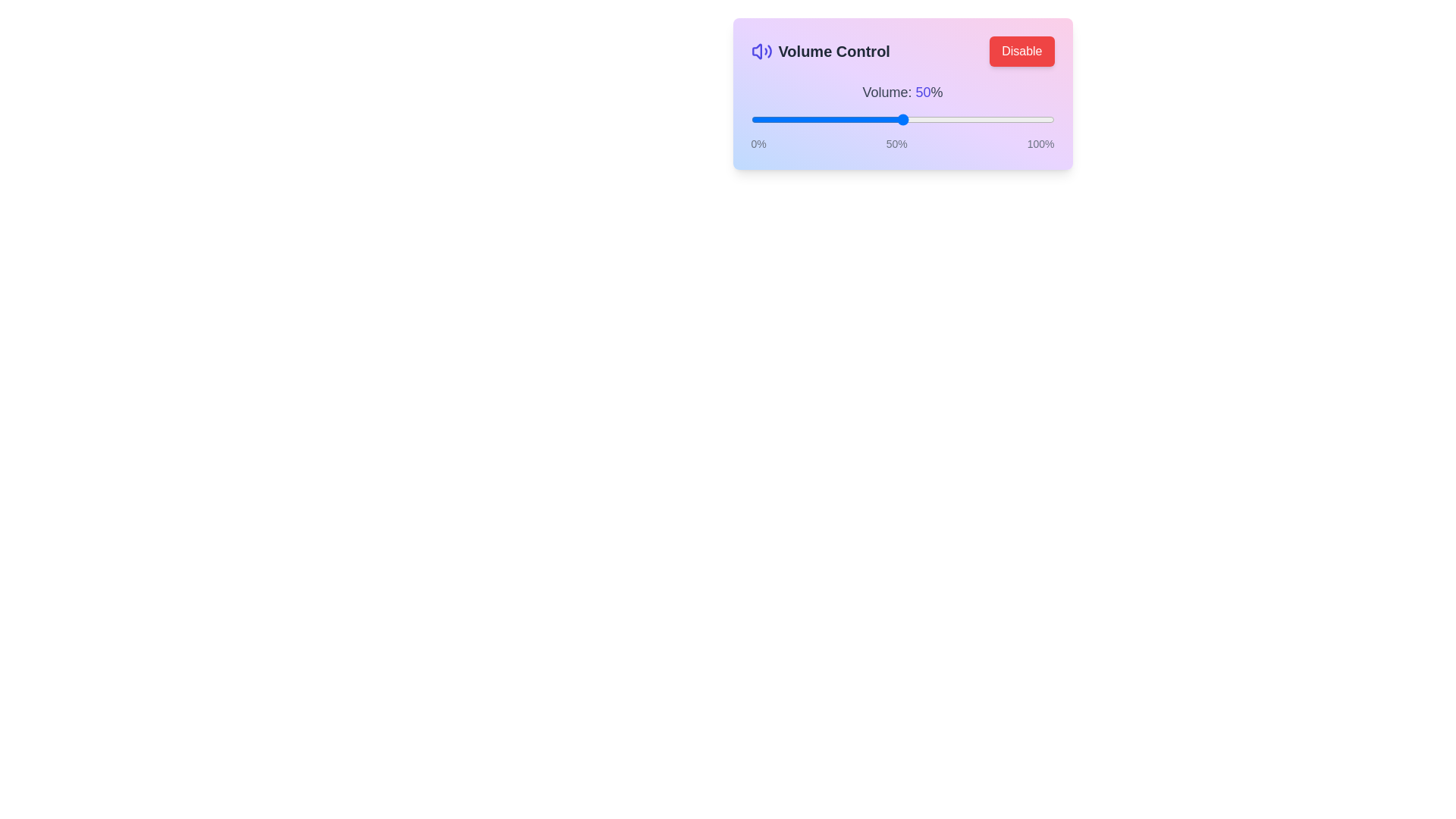 Image resolution: width=1456 pixels, height=819 pixels. I want to click on displayed text from the static label showing the current volume level, which is positioned to the right of 'Volume:' and shows 'Volume: 50%', so click(922, 93).